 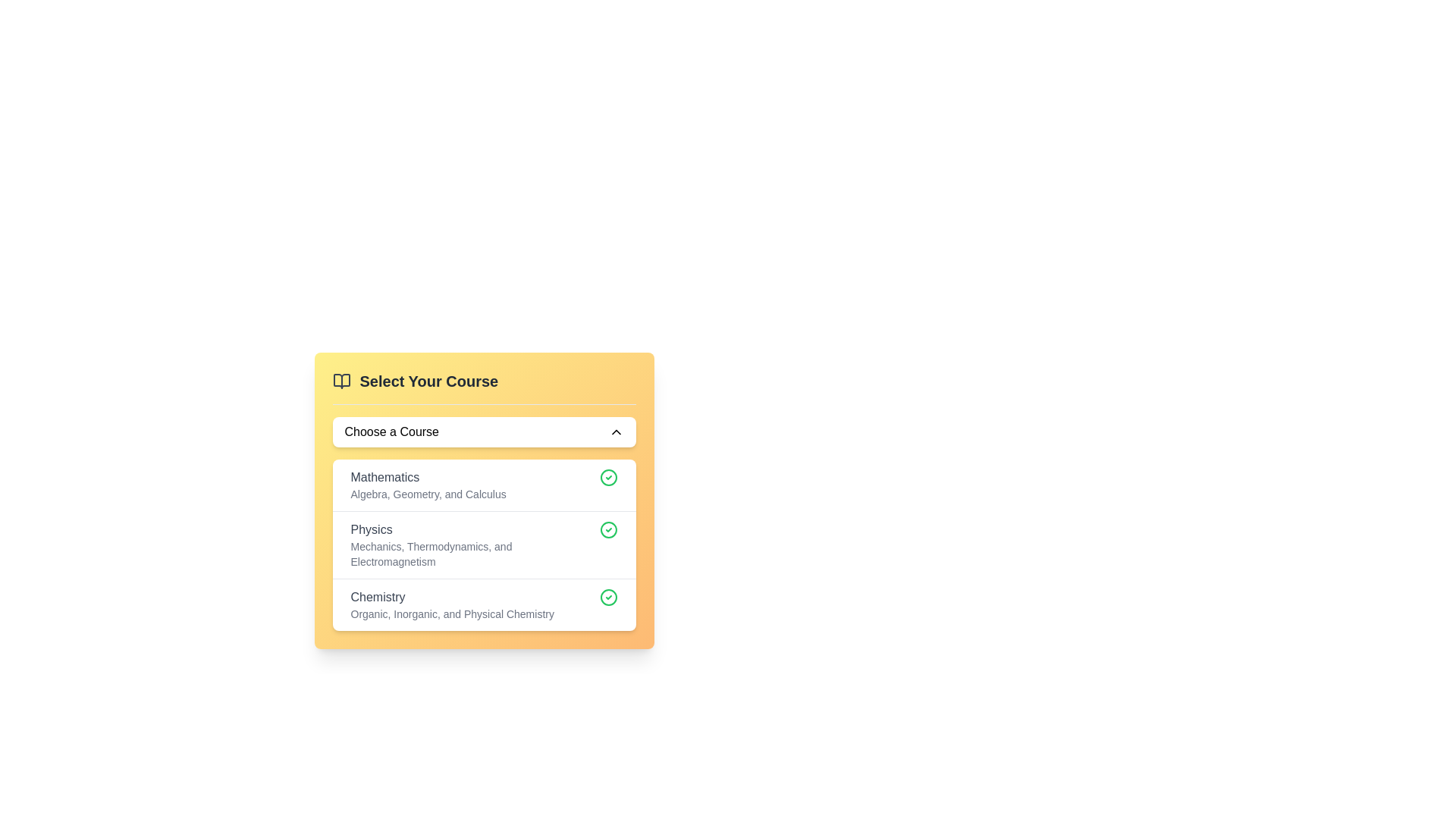 I want to click on the rectangular section with a white background that contains three rows of subject categories, each with bold titles and a circular icon on the far right, so click(x=483, y=544).